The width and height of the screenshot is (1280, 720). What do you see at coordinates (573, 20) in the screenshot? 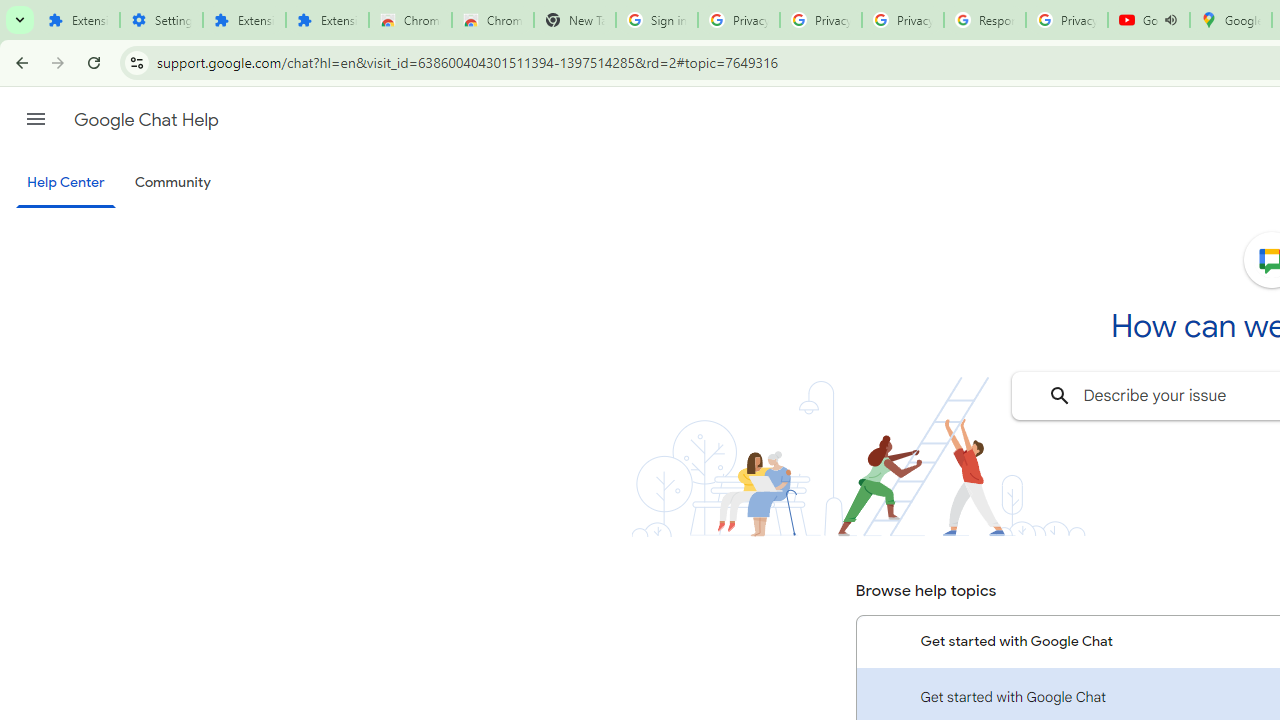
I see `'New Tab'` at bounding box center [573, 20].